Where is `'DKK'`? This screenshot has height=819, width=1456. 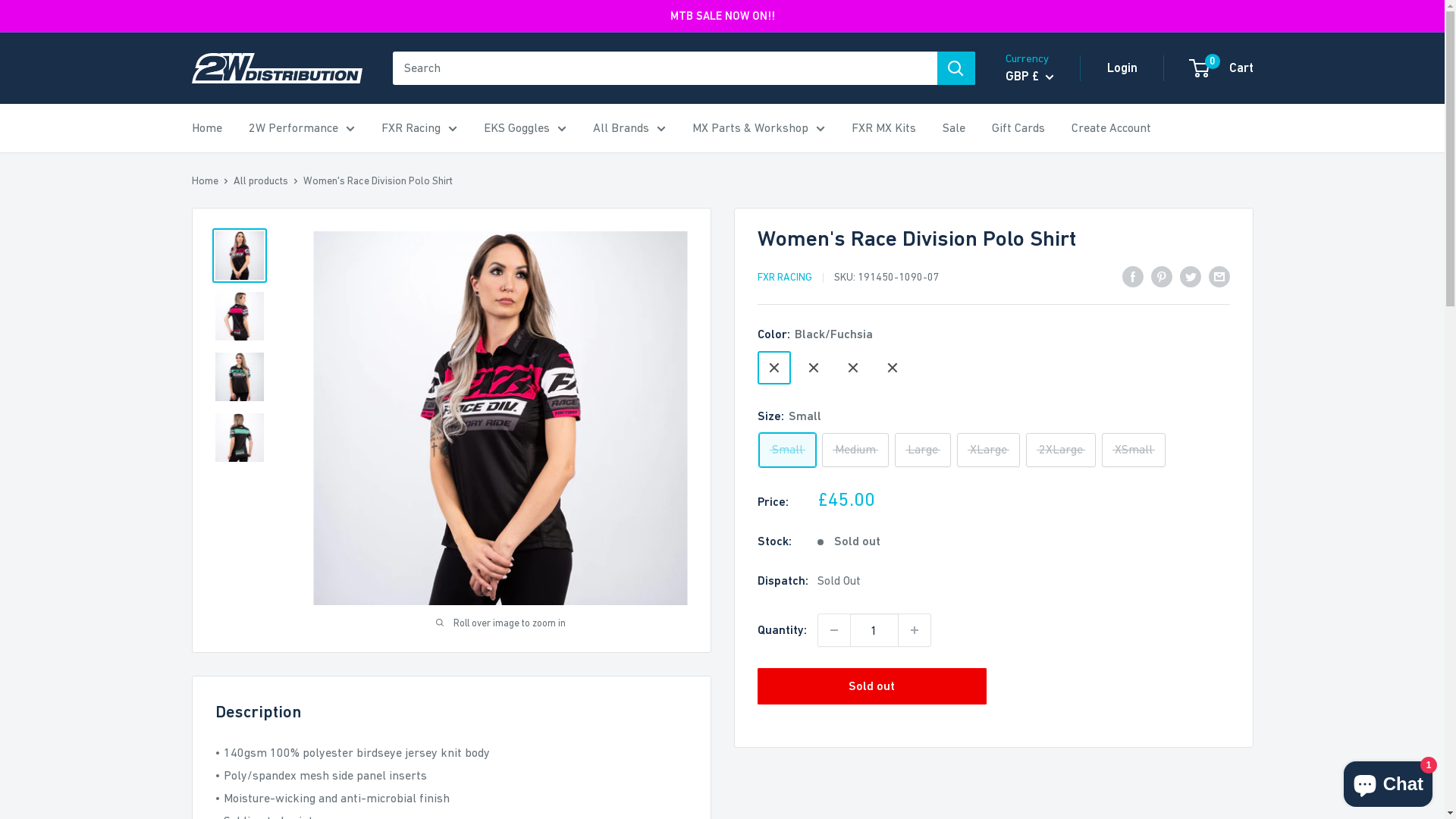 'DKK' is located at coordinates (1008, 253).